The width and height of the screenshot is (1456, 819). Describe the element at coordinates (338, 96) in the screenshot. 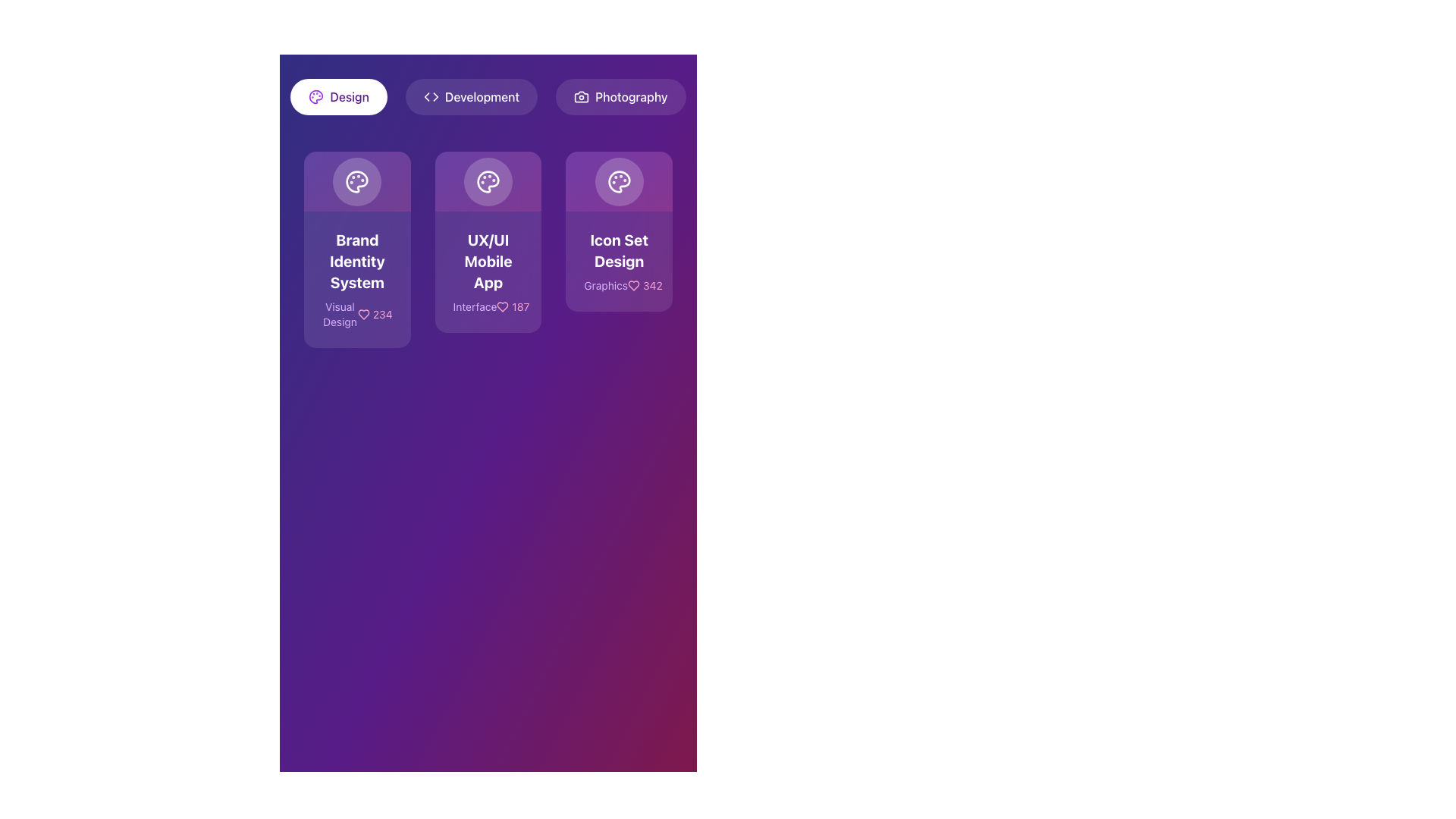

I see `the 'Design' filter button, which is the leftmost button in a row of three` at that location.